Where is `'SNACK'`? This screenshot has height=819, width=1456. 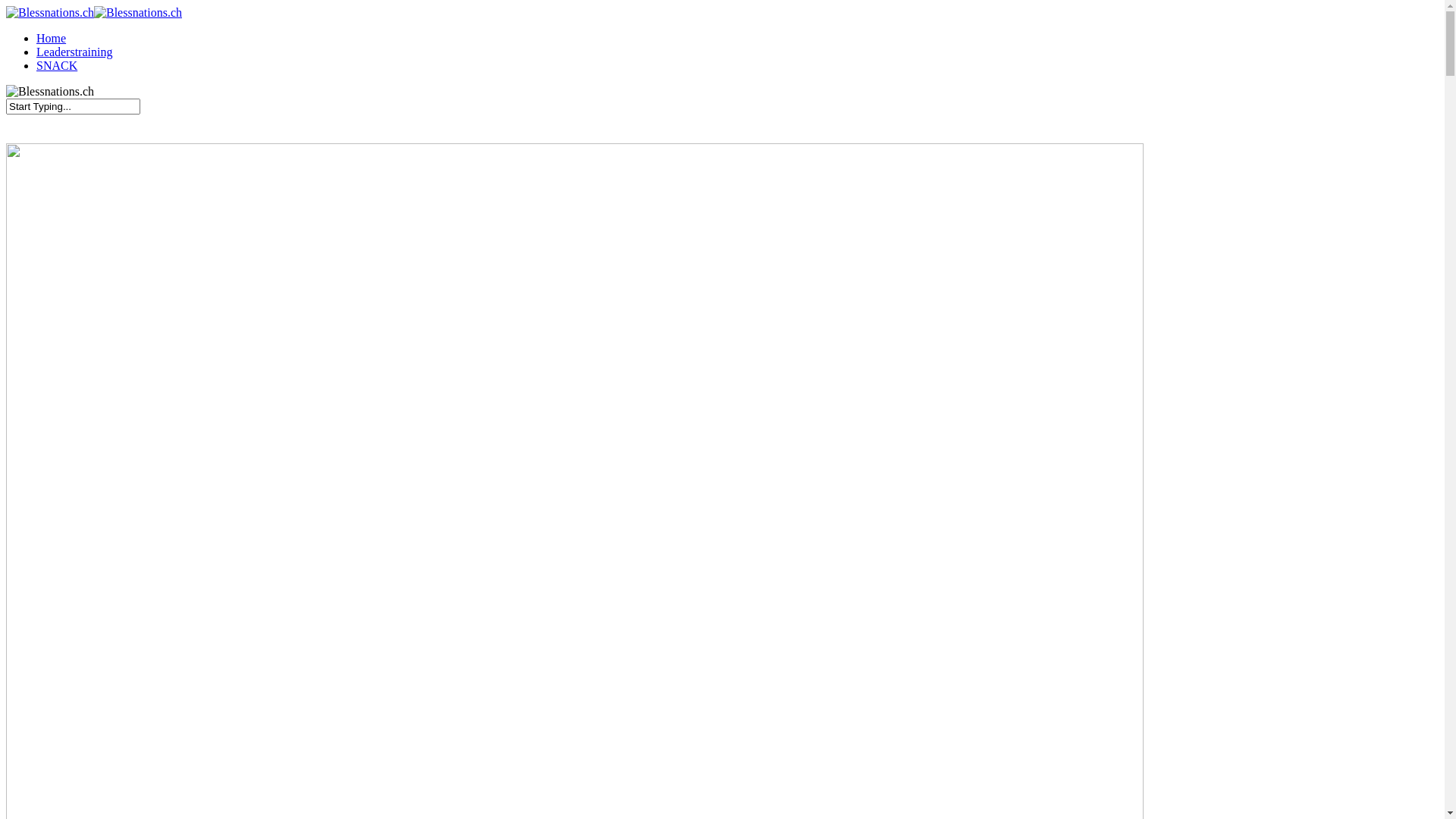 'SNACK' is located at coordinates (57, 64).